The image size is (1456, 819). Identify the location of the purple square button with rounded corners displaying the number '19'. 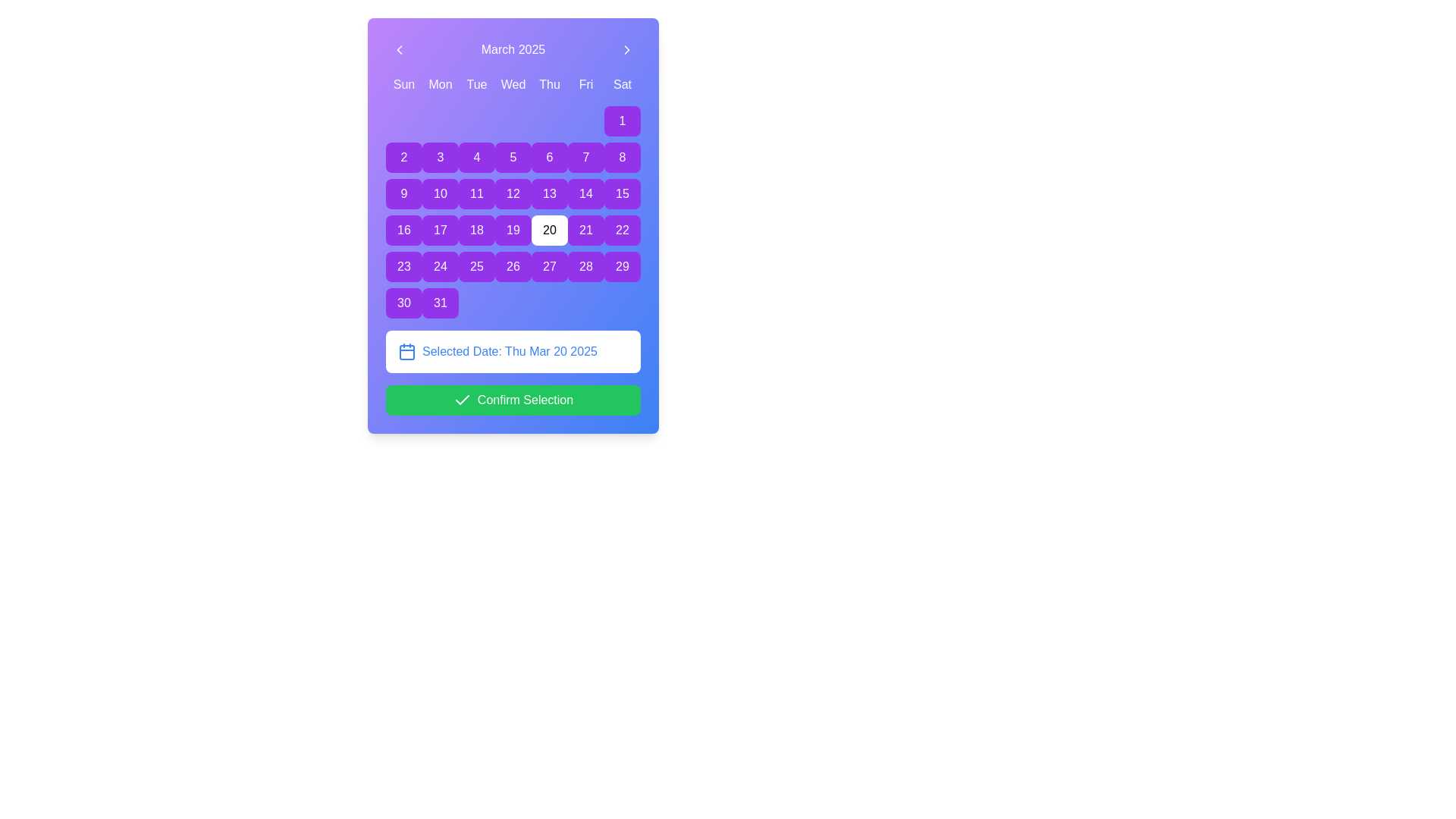
(513, 231).